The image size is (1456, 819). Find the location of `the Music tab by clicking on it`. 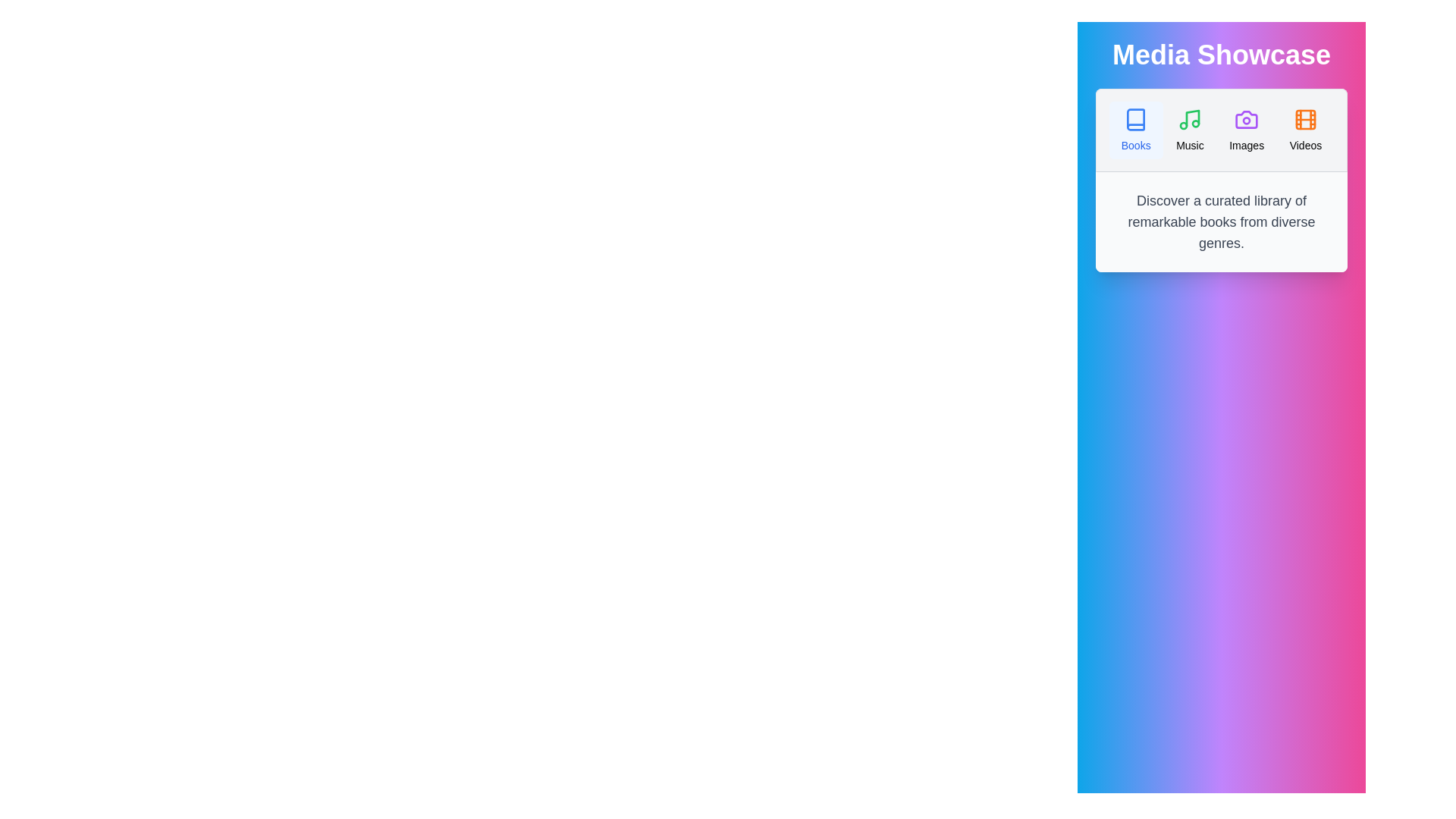

the Music tab by clicking on it is located at coordinates (1189, 130).